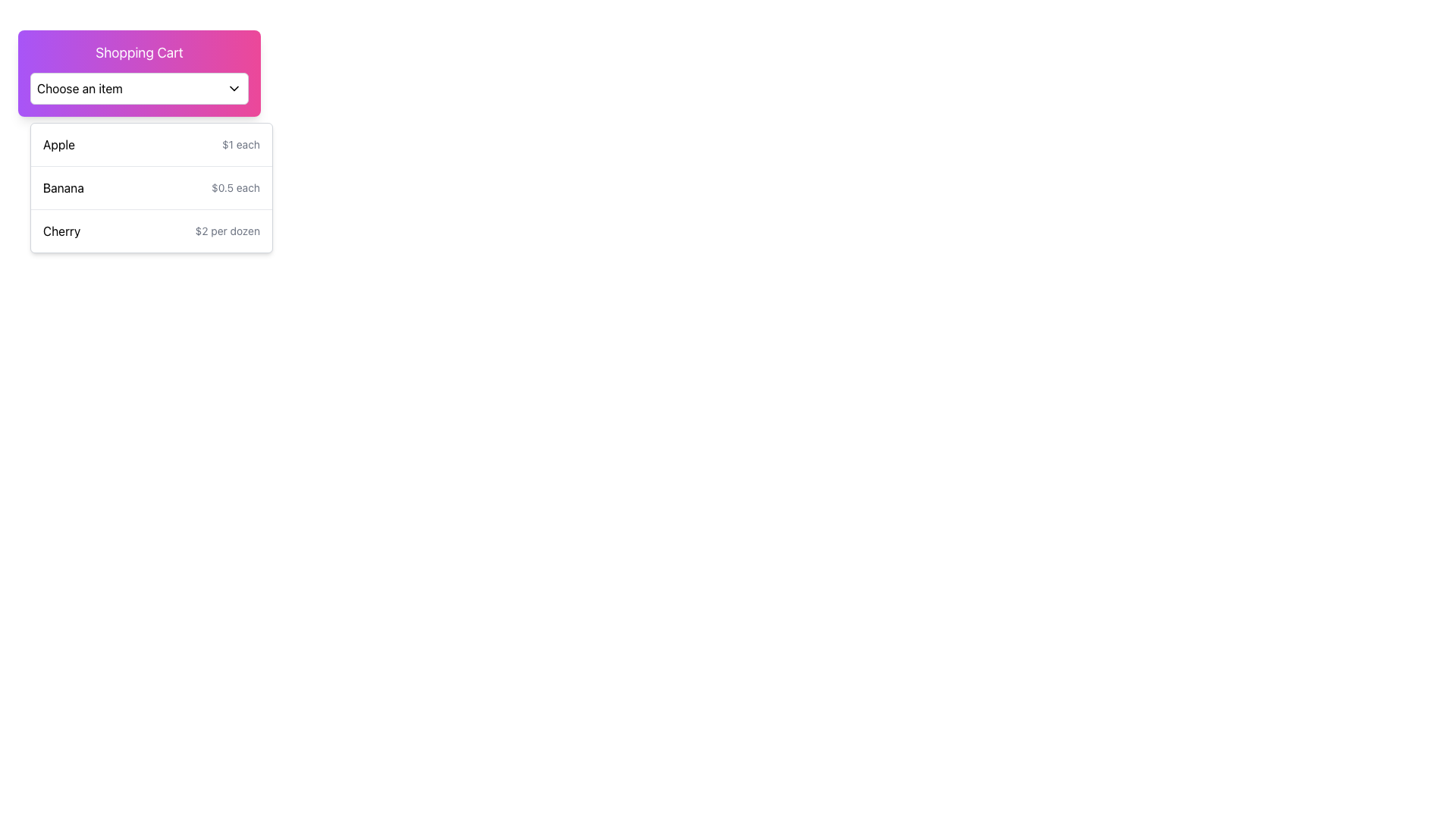  What do you see at coordinates (227, 231) in the screenshot?
I see `the static text label displaying the price information for the 'Cherry' item in the shopping cart, located on the right side of the 'Cherry' row` at bounding box center [227, 231].